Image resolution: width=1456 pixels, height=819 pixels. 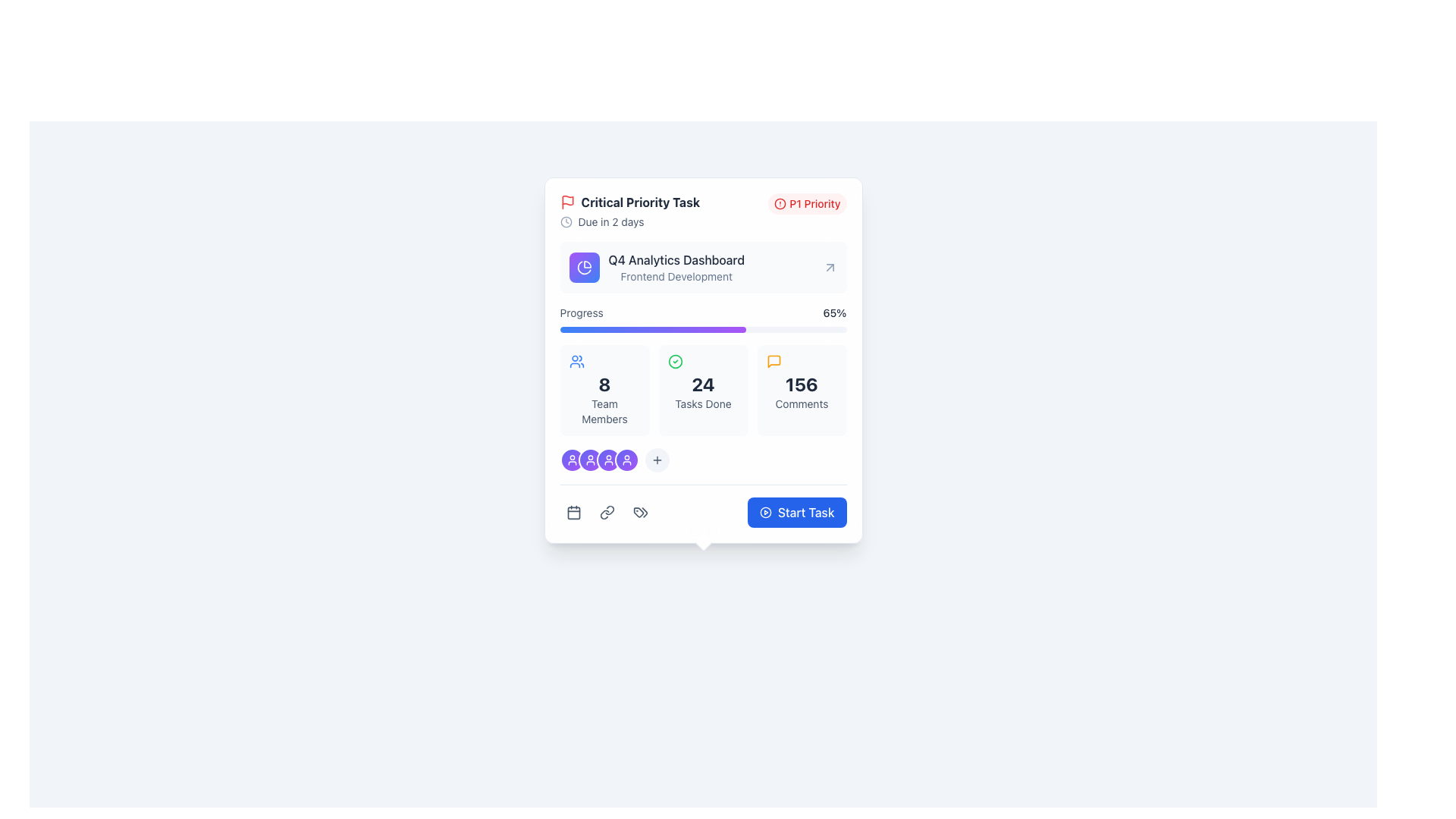 I want to click on text label 'Critical Priority Task' which is styled with a bold font and is located at the top-left corner of a card layout, accompanied by a red flag icon, so click(x=629, y=201).